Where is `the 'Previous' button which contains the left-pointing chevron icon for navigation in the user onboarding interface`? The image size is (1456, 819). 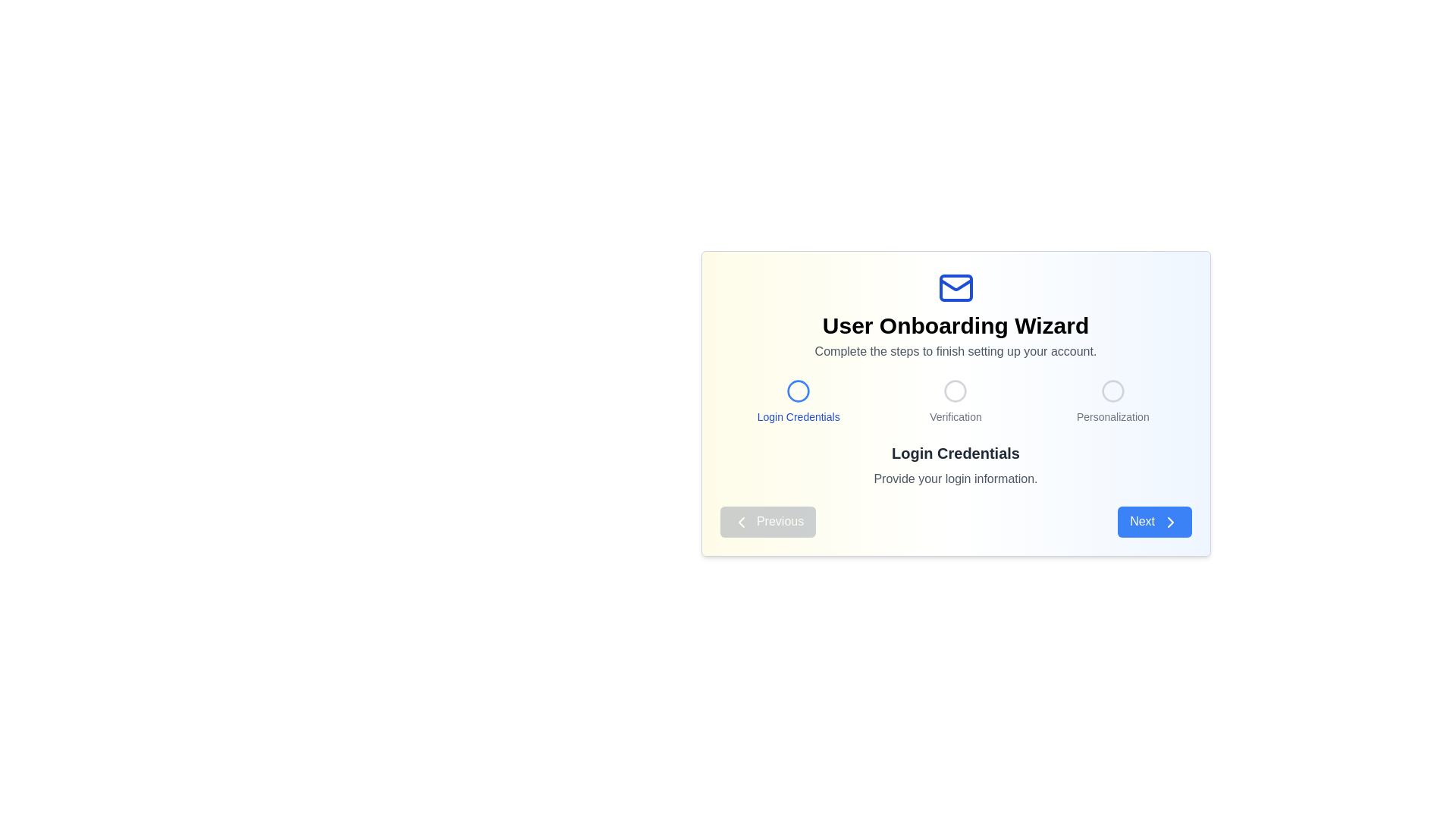 the 'Previous' button which contains the left-pointing chevron icon for navigation in the user onboarding interface is located at coordinates (741, 521).